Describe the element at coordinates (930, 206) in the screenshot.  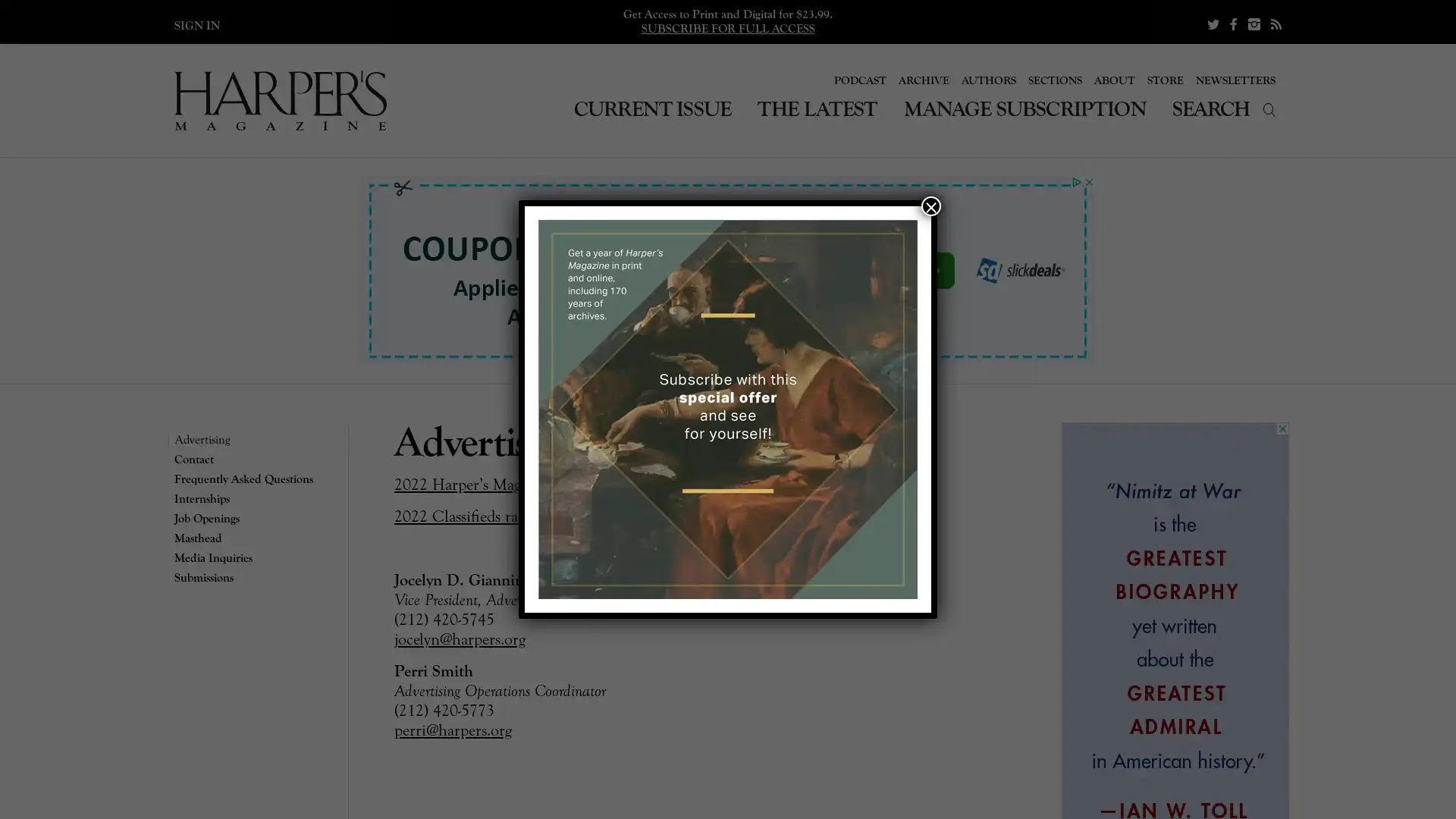
I see `Close` at that location.